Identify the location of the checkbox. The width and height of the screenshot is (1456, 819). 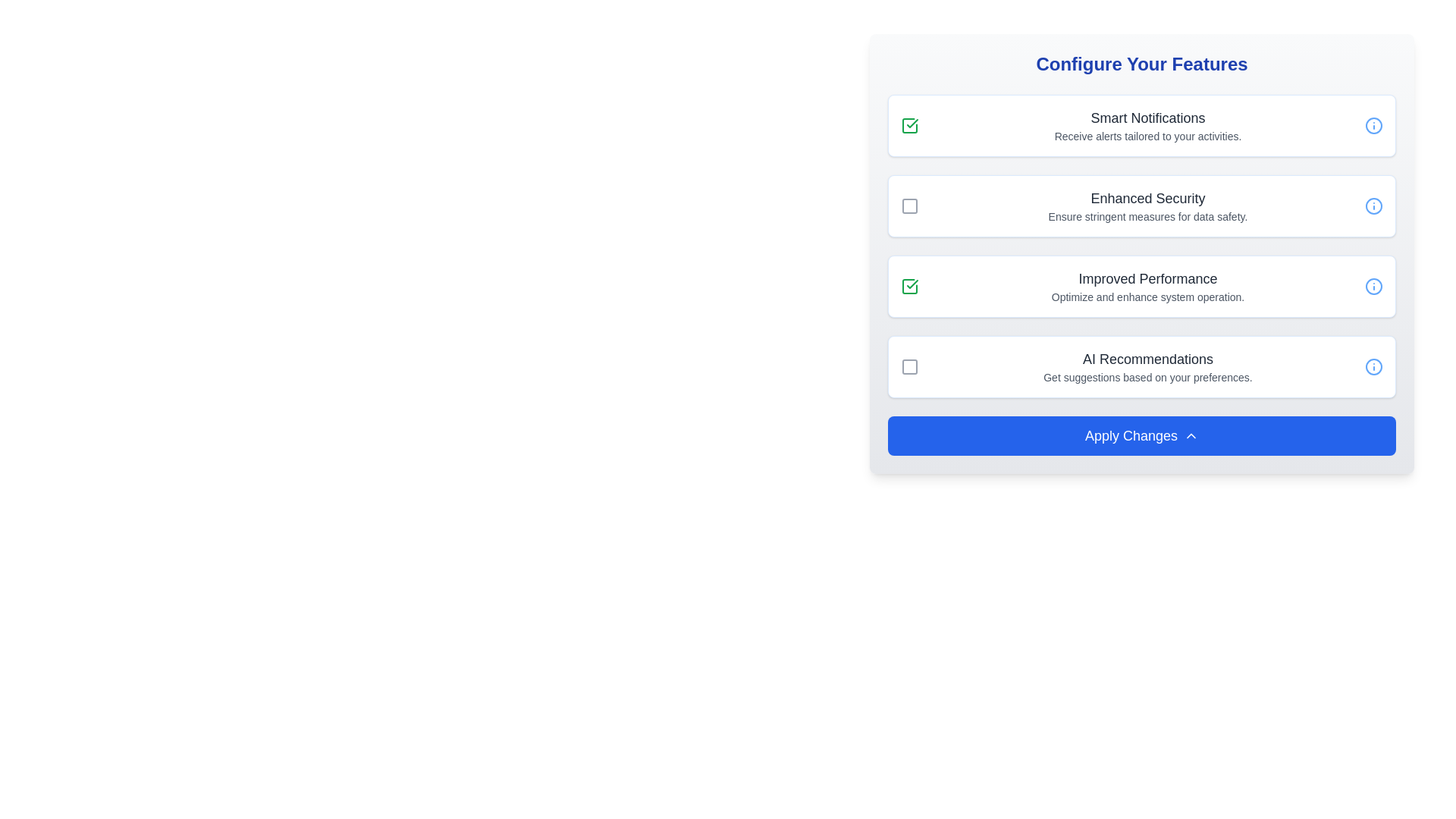
(910, 287).